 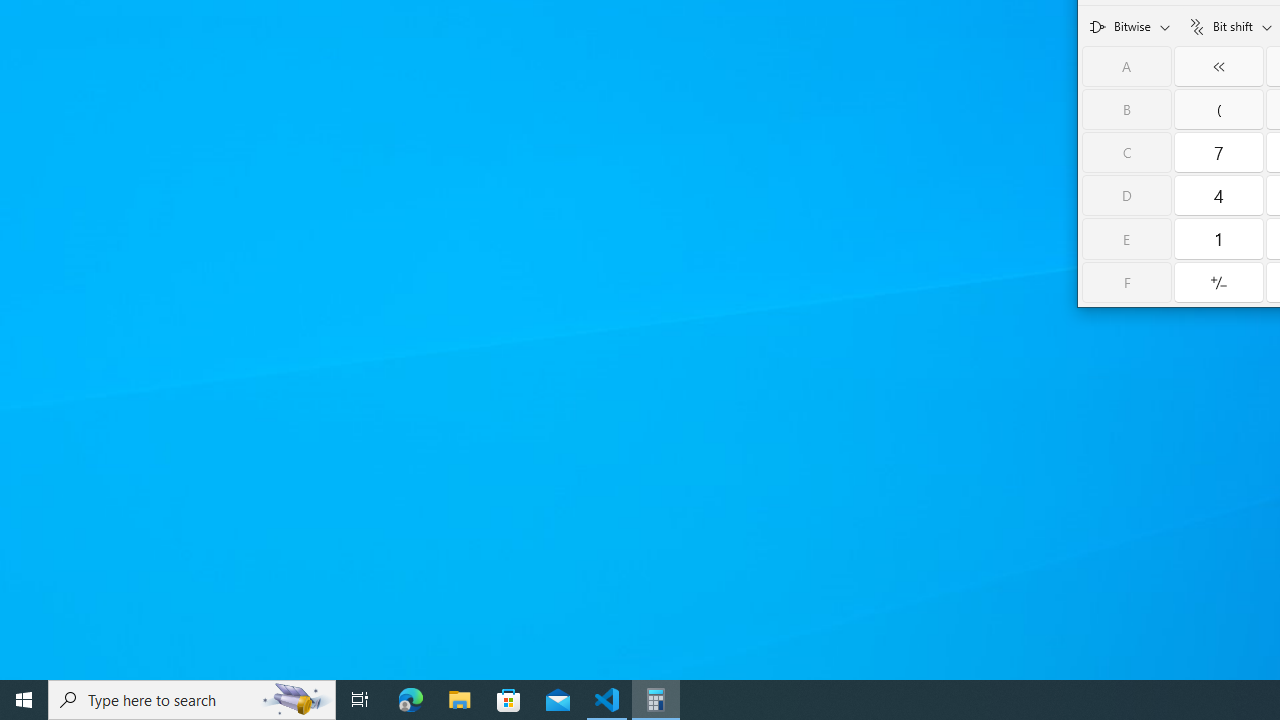 What do you see at coordinates (1127, 109) in the screenshot?
I see `'B'` at bounding box center [1127, 109].